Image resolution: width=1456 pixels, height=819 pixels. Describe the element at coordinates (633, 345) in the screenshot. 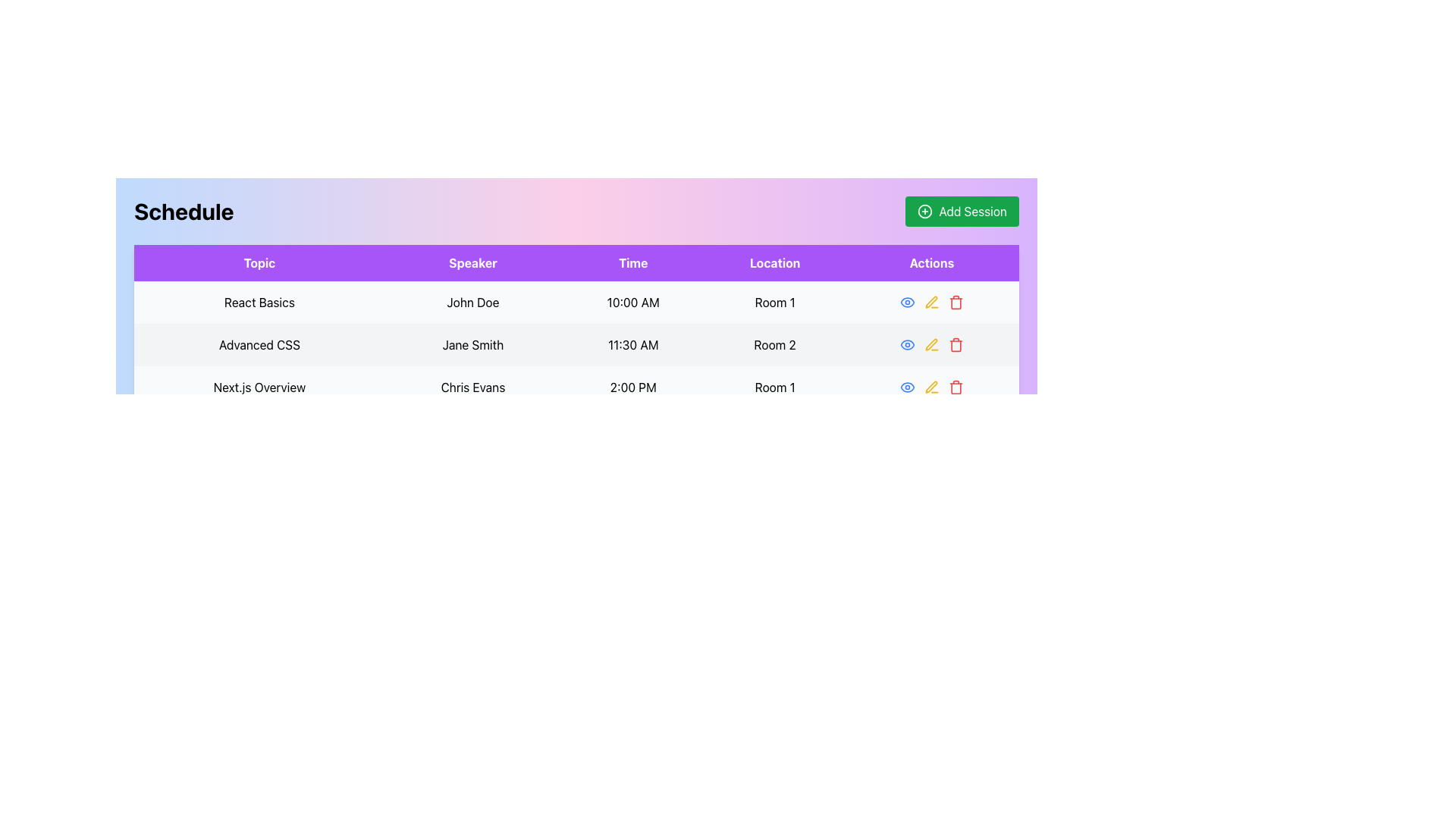

I see `the Text Label displaying '11:30 AM' in the second row of the table under the 'Time' column` at that location.